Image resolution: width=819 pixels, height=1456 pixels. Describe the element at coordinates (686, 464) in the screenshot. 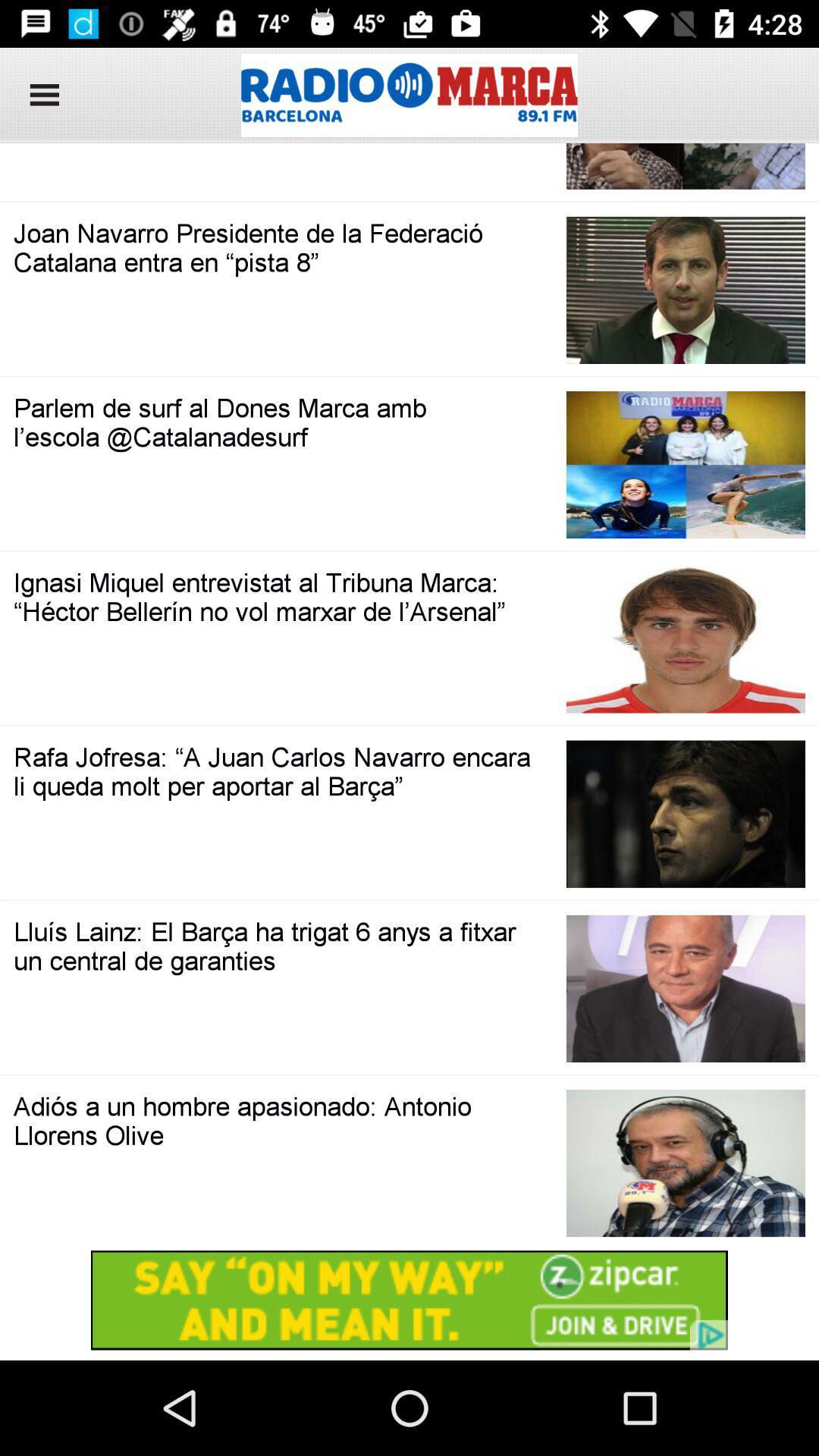

I see `the image beside parlem de surf al dones marca amb iescola catalanadesurf` at that location.